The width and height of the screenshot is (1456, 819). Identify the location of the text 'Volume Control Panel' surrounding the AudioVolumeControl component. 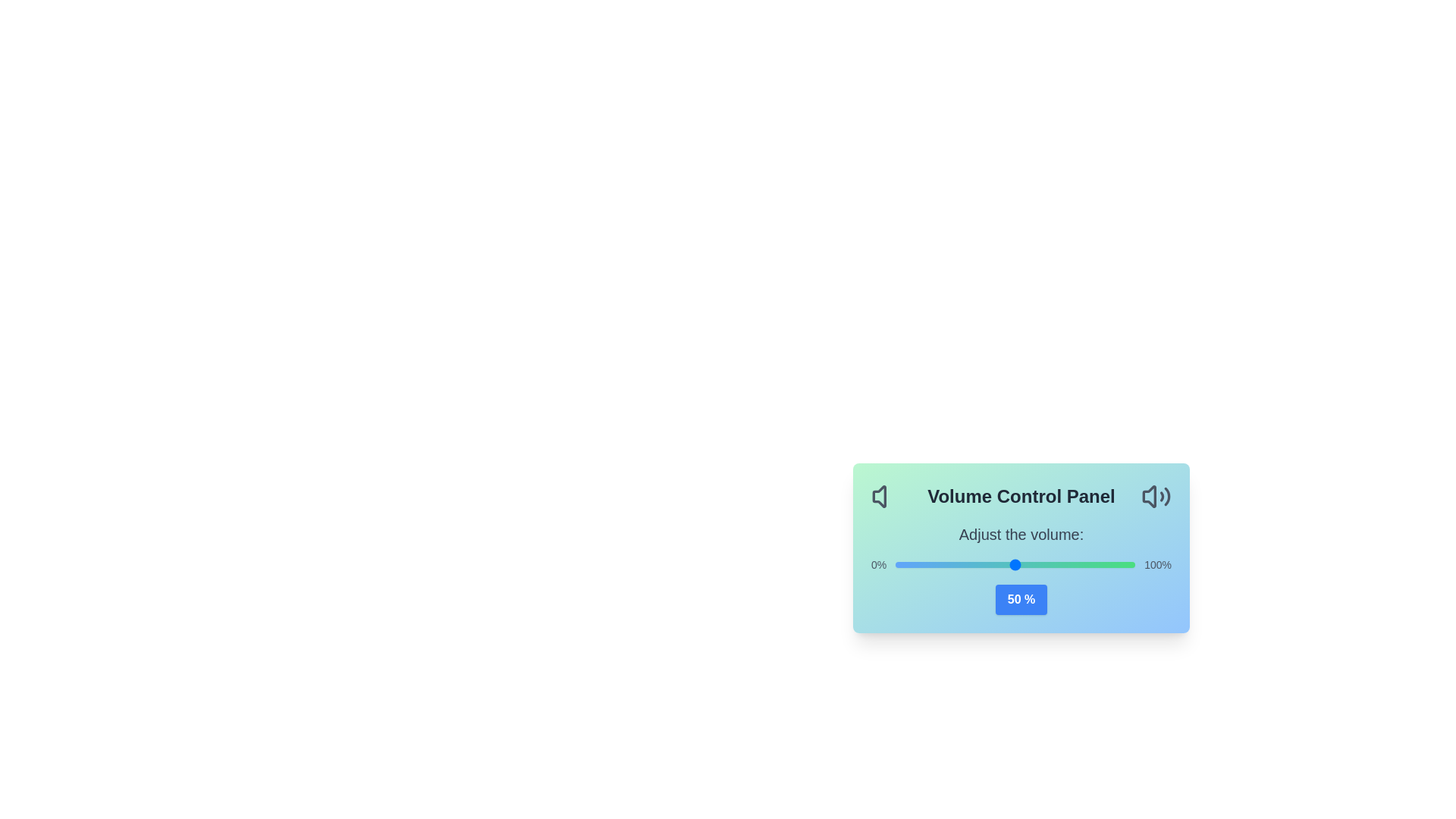
(1021, 497).